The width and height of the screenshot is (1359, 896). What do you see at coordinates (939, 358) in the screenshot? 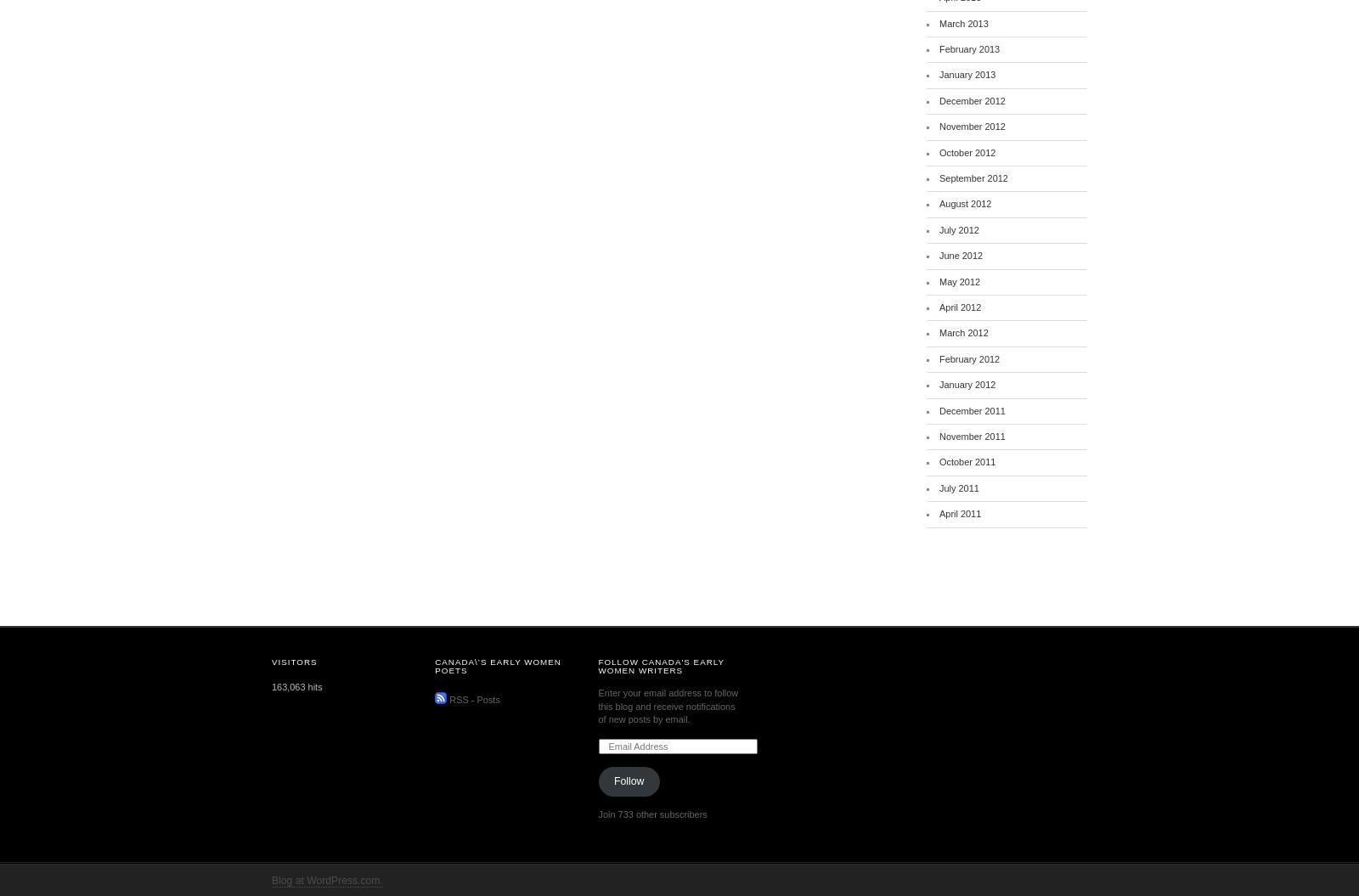
I see `'February 2012'` at bounding box center [939, 358].